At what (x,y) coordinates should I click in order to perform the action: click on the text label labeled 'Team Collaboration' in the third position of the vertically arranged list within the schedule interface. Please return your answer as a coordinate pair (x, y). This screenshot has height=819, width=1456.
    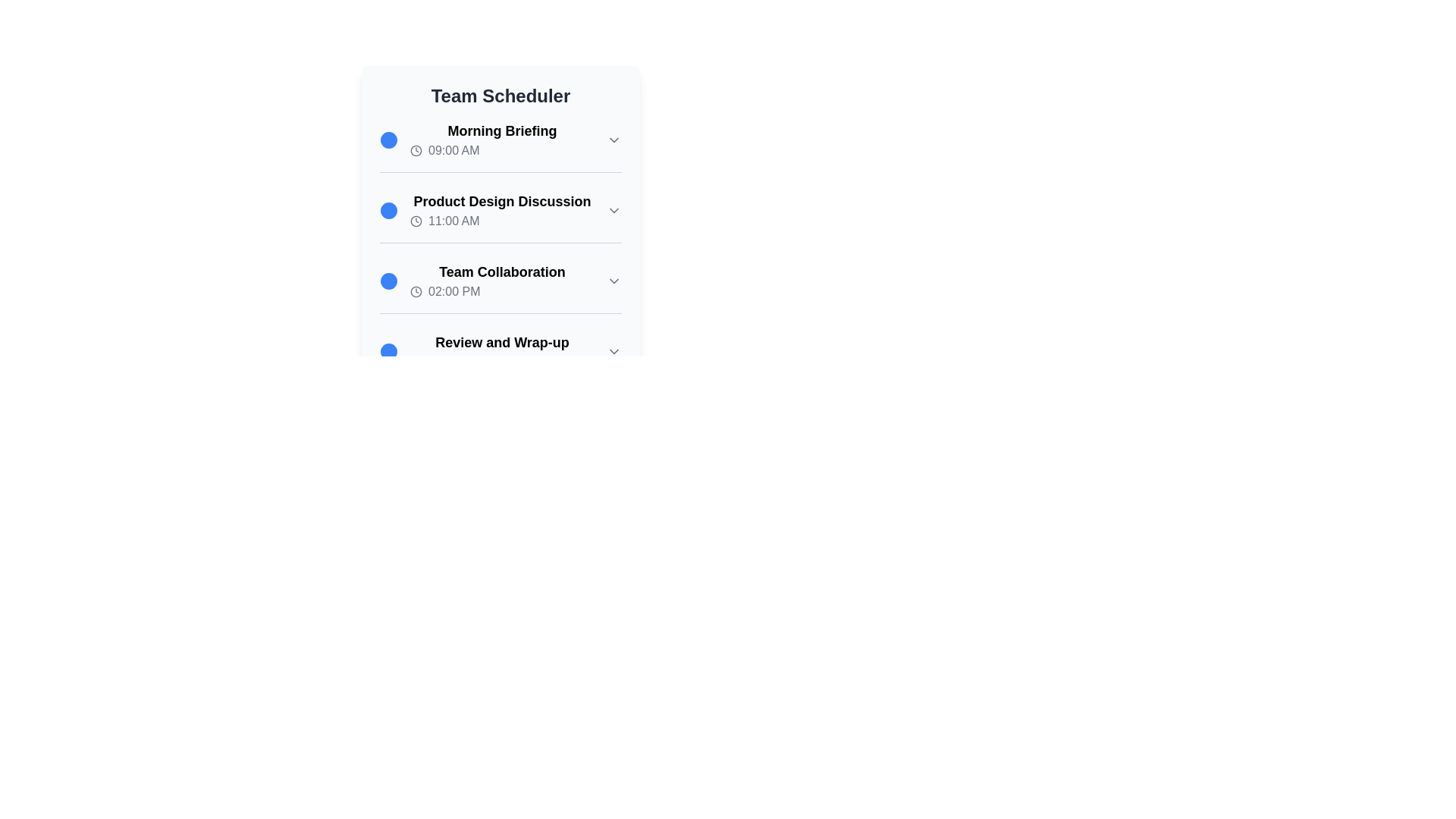
    Looking at the image, I should click on (502, 271).